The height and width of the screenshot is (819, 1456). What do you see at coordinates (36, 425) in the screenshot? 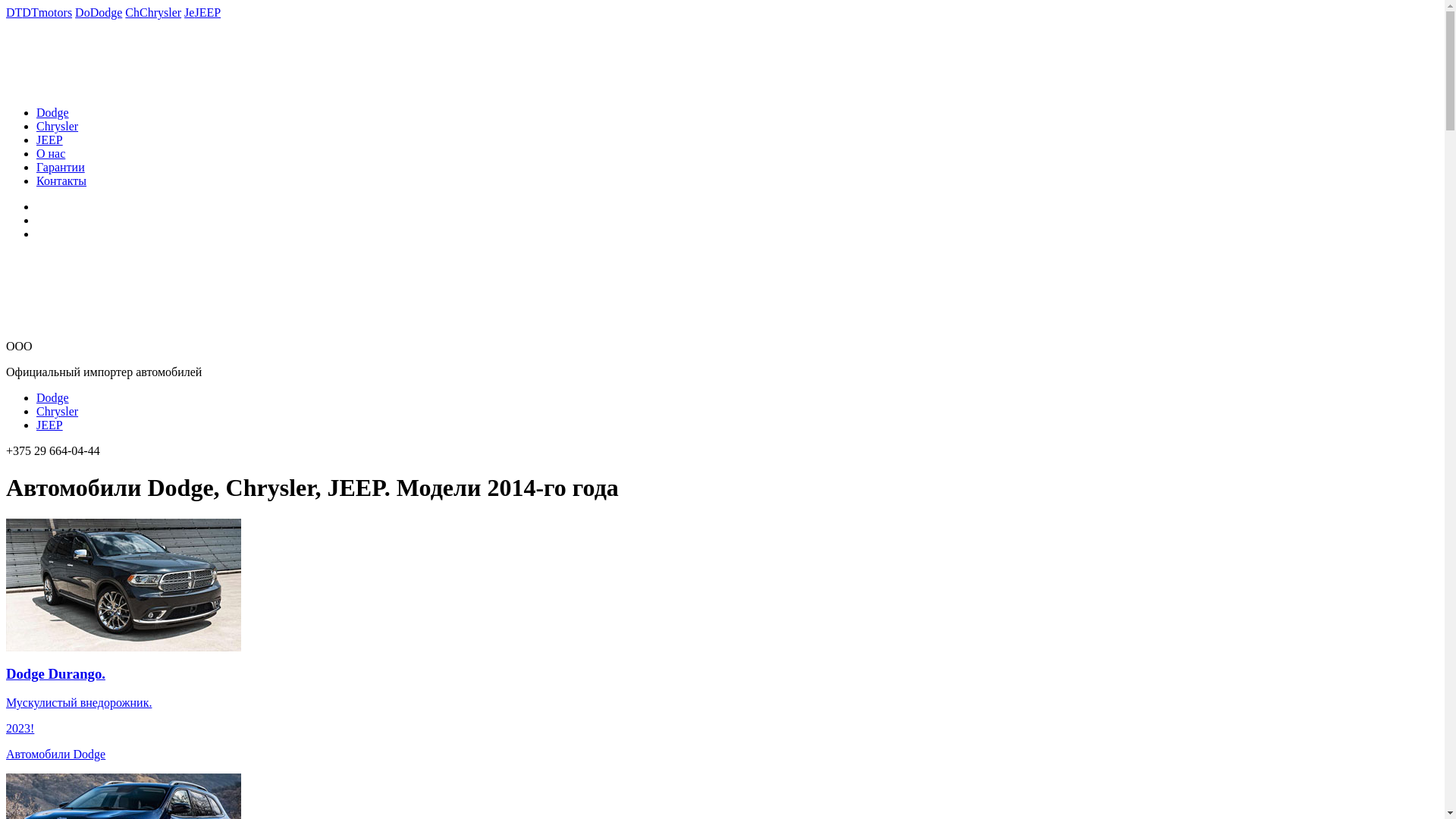
I see `'JEEP'` at bounding box center [36, 425].